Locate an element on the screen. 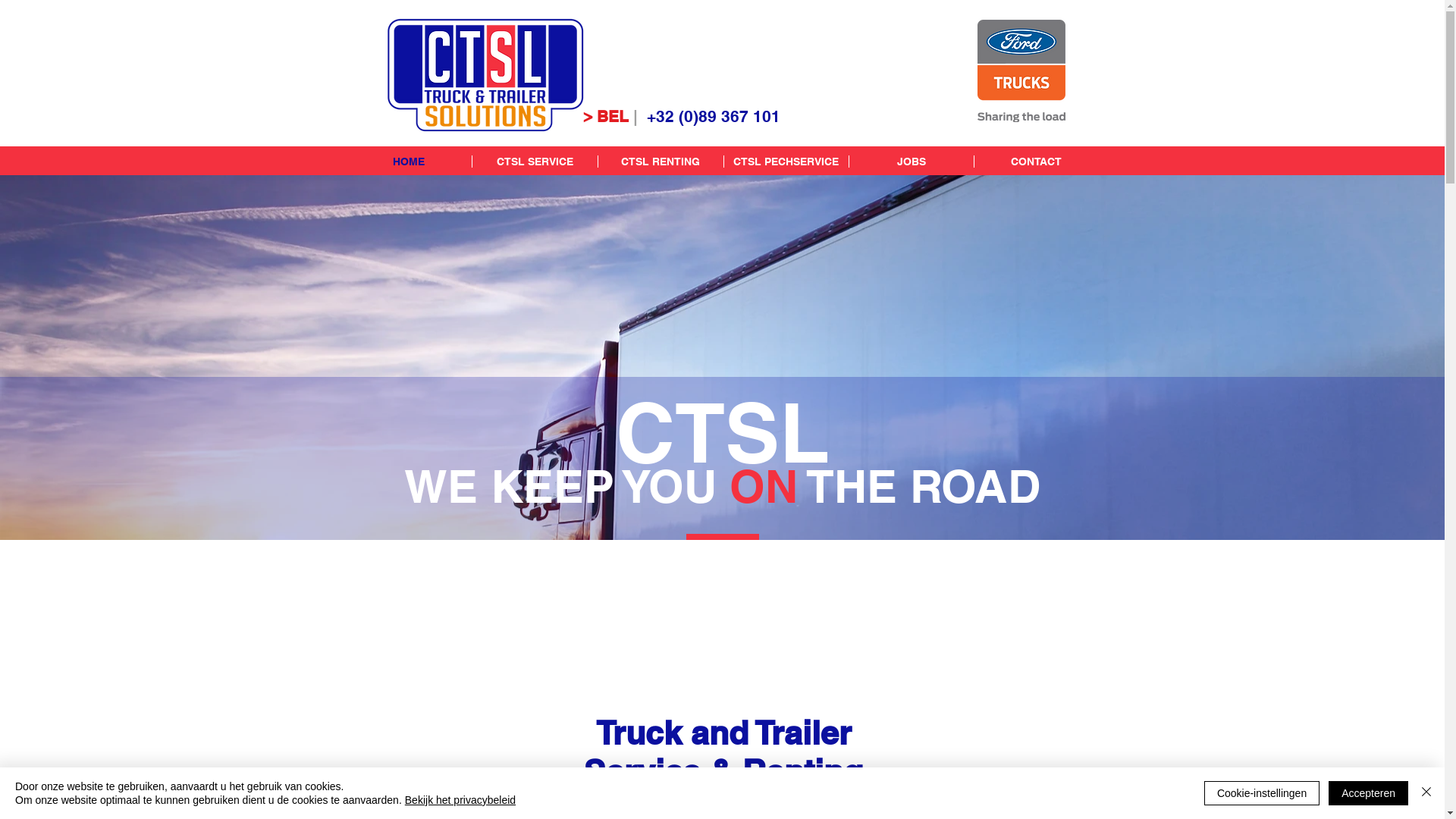 This screenshot has width=1456, height=819. 'HOME' is located at coordinates (408, 161).